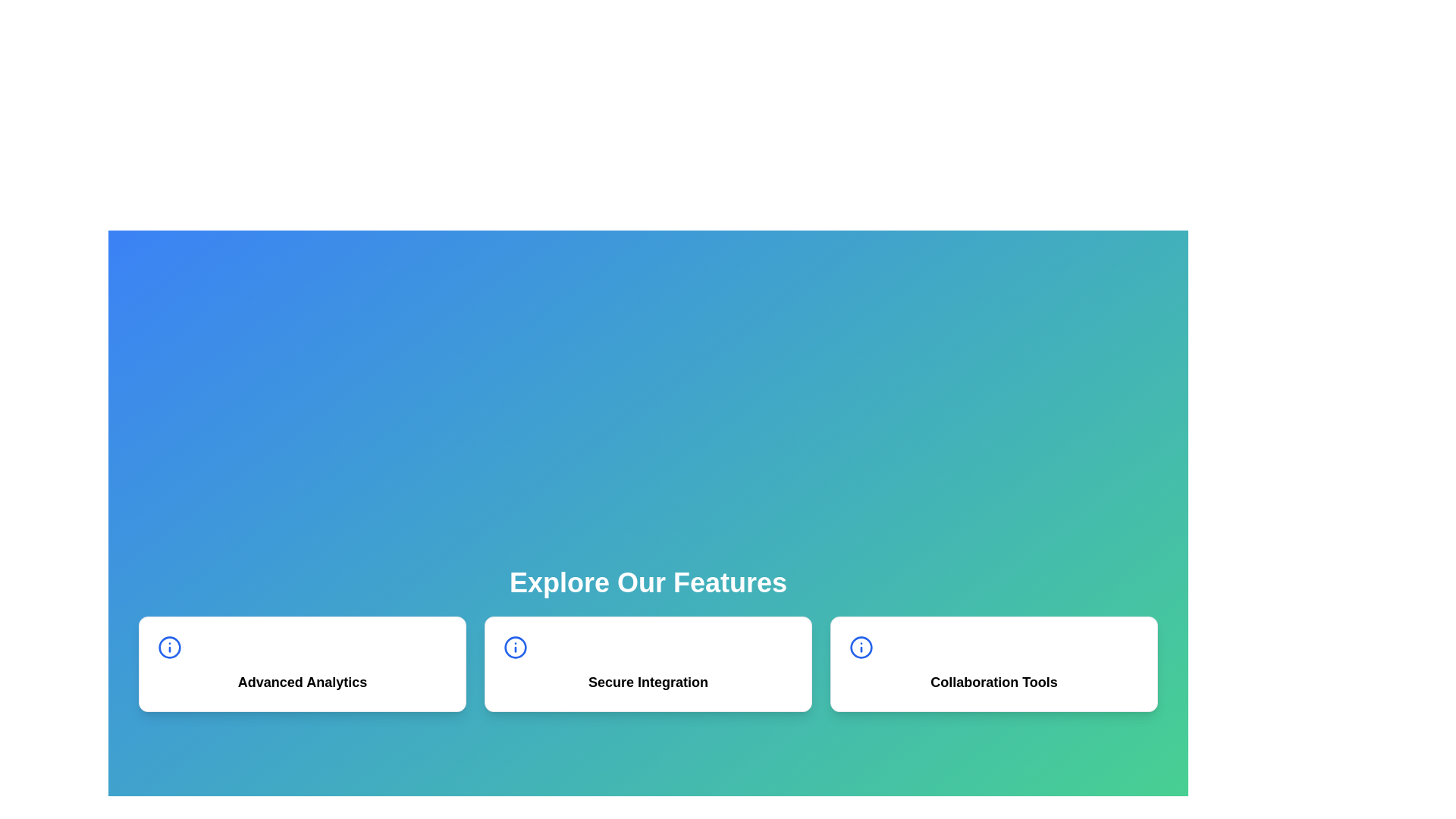  What do you see at coordinates (516, 647) in the screenshot?
I see `the central circular part of the information icon in the Secure Integration card header` at bounding box center [516, 647].